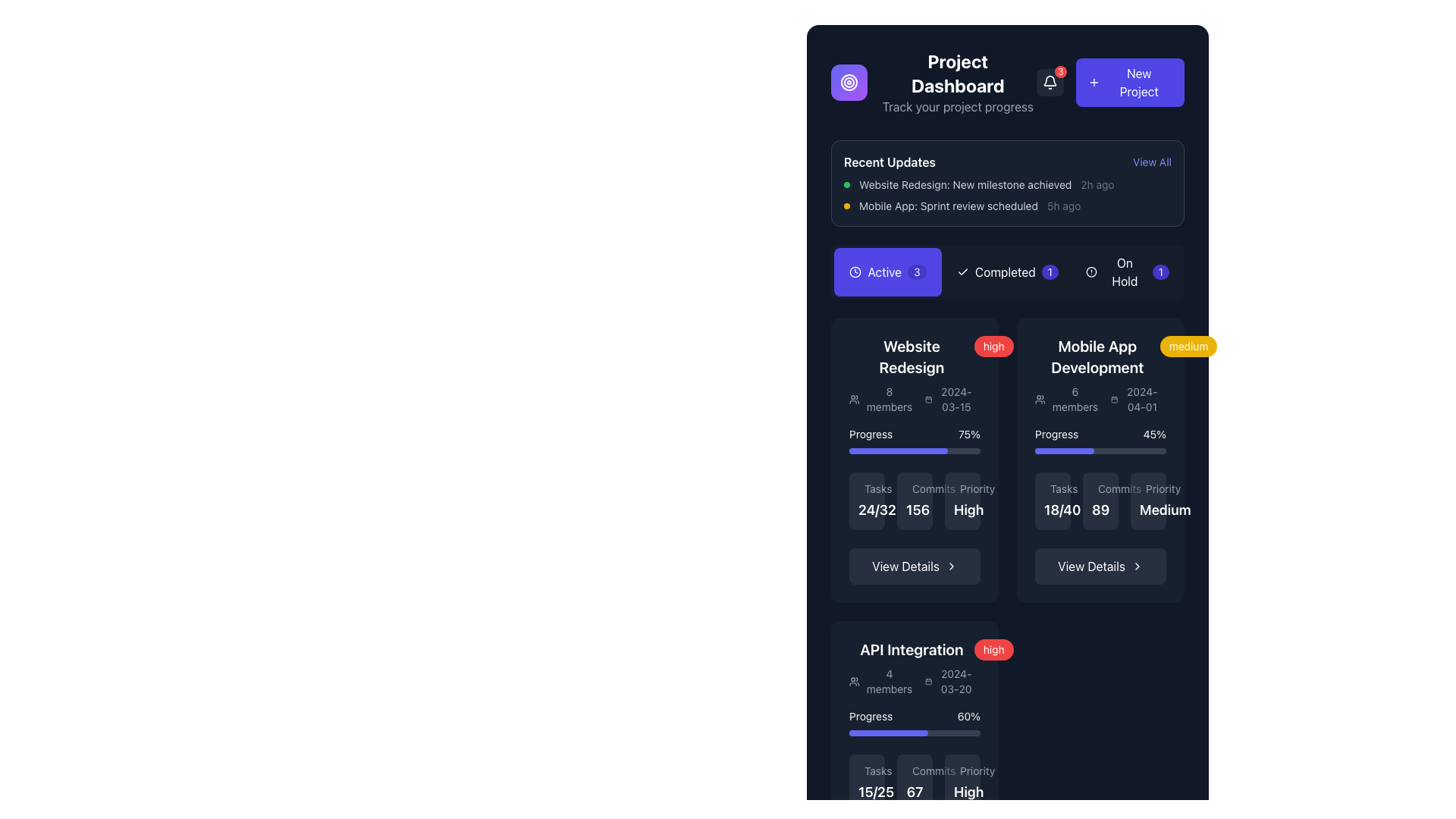 This screenshot has height=819, width=1456. What do you see at coordinates (1008, 206) in the screenshot?
I see `the second list item in the 'Recent Updates' section that has a small yellow circular icon followed by the text 'Mobile App: Sprint review scheduled'` at bounding box center [1008, 206].